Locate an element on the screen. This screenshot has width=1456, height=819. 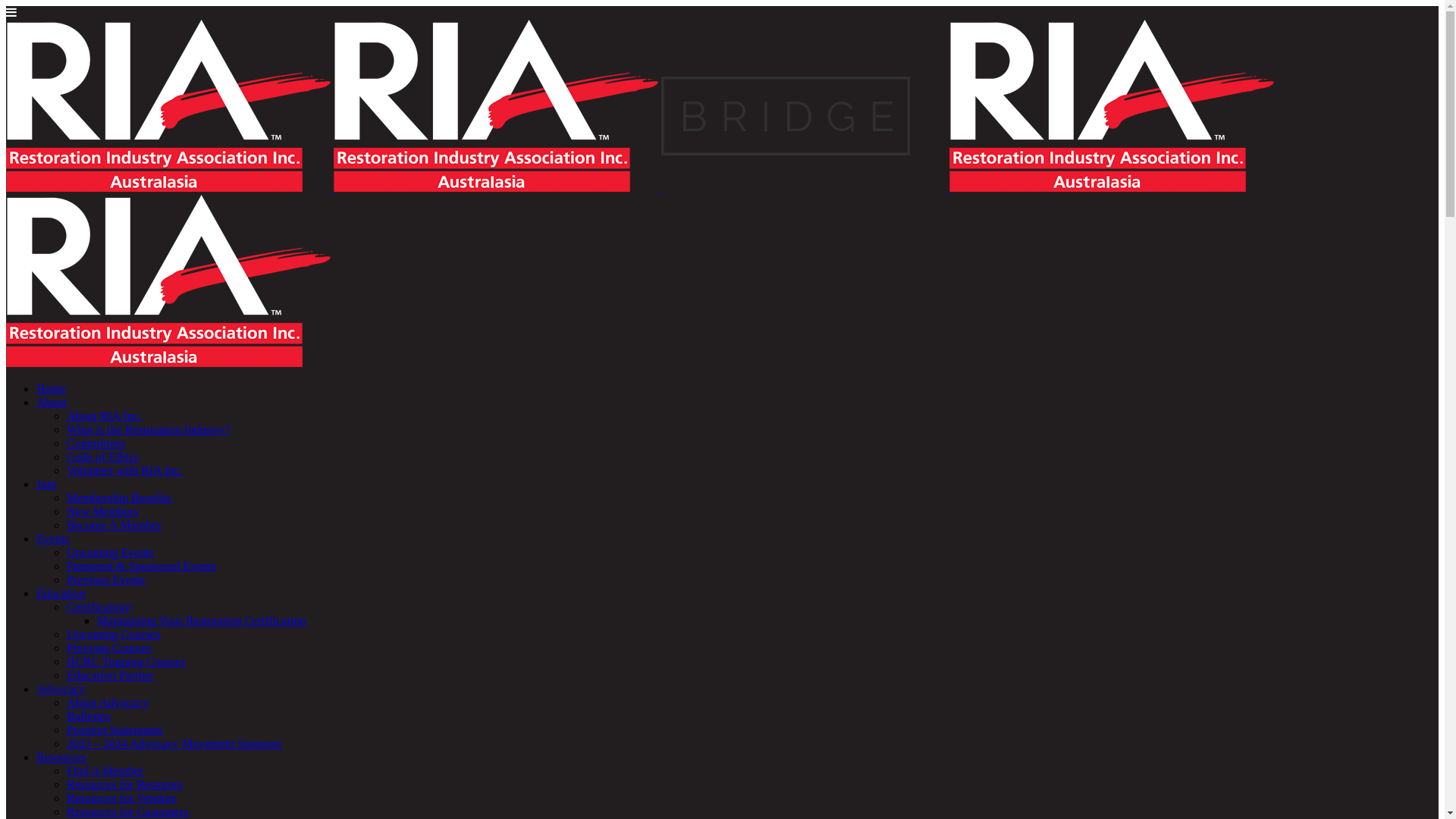
'Advocacy' is located at coordinates (61, 689).